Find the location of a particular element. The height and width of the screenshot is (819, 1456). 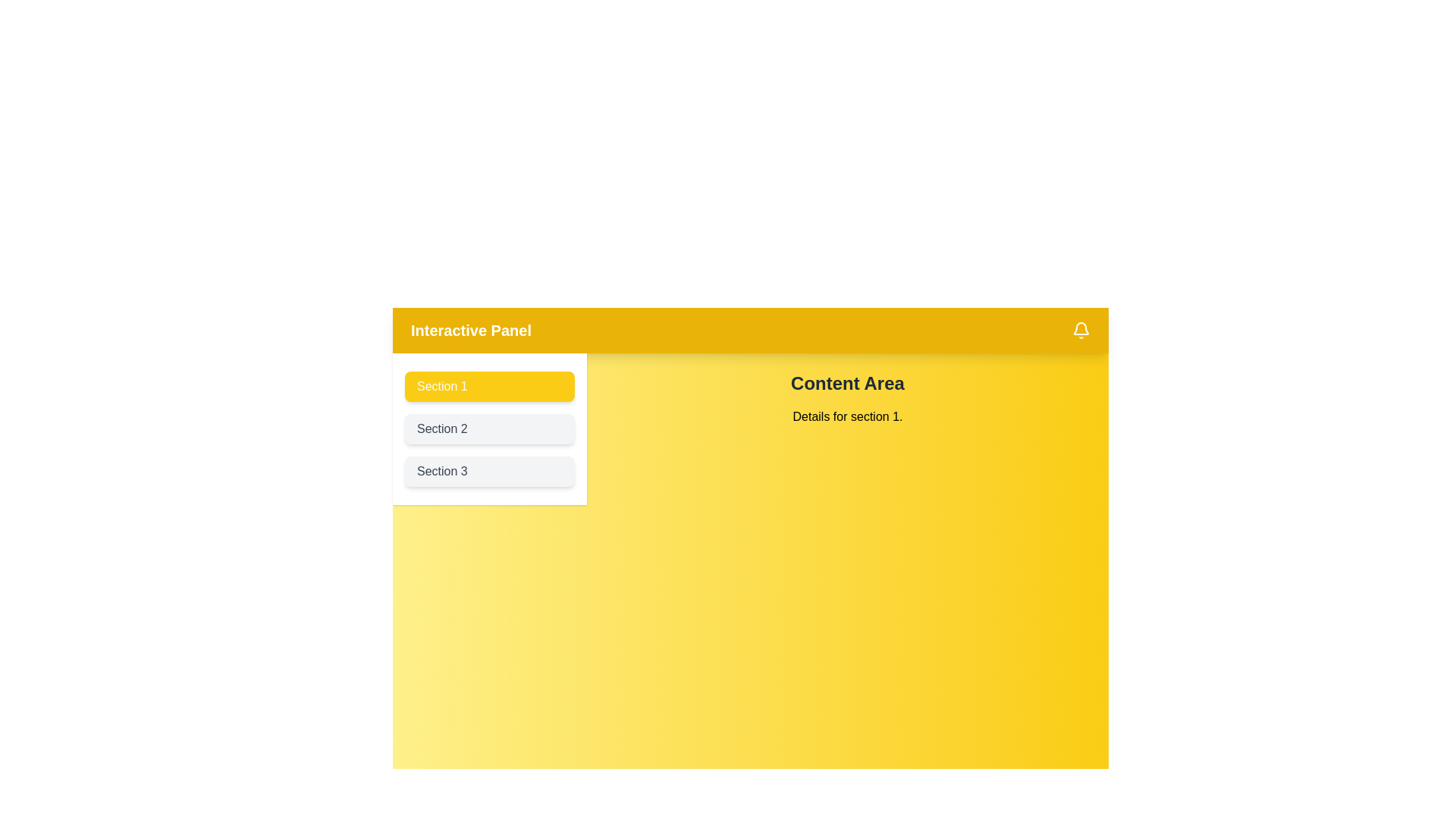

the notification indicator icon located in the top-right corner of the yellow header bar labeled 'Interactive Panel' is located at coordinates (1080, 329).